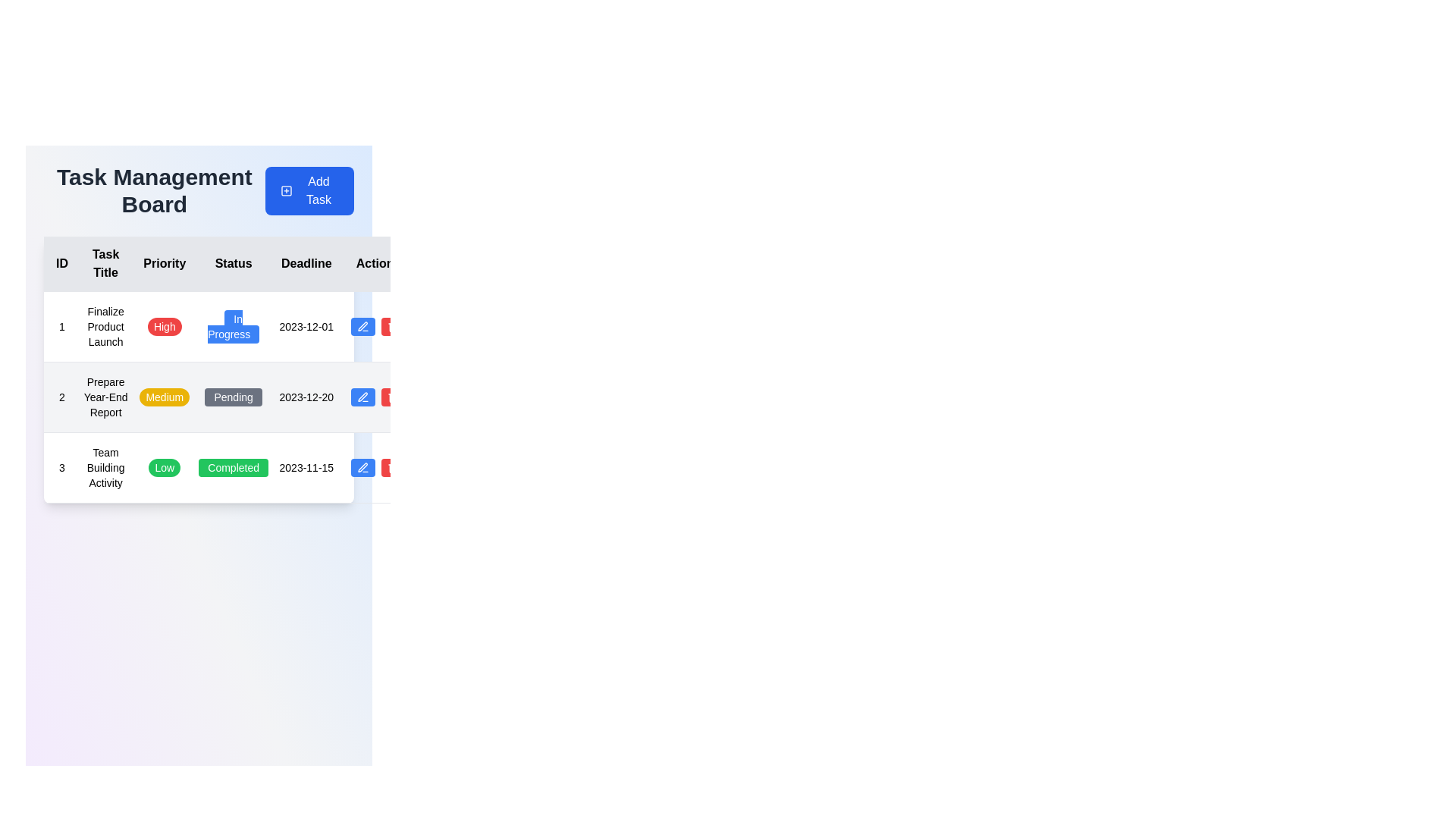 Image resolution: width=1456 pixels, height=819 pixels. What do you see at coordinates (362, 325) in the screenshot?
I see `the pen icon located in the second row of the task list within the 'Action' column` at bounding box center [362, 325].